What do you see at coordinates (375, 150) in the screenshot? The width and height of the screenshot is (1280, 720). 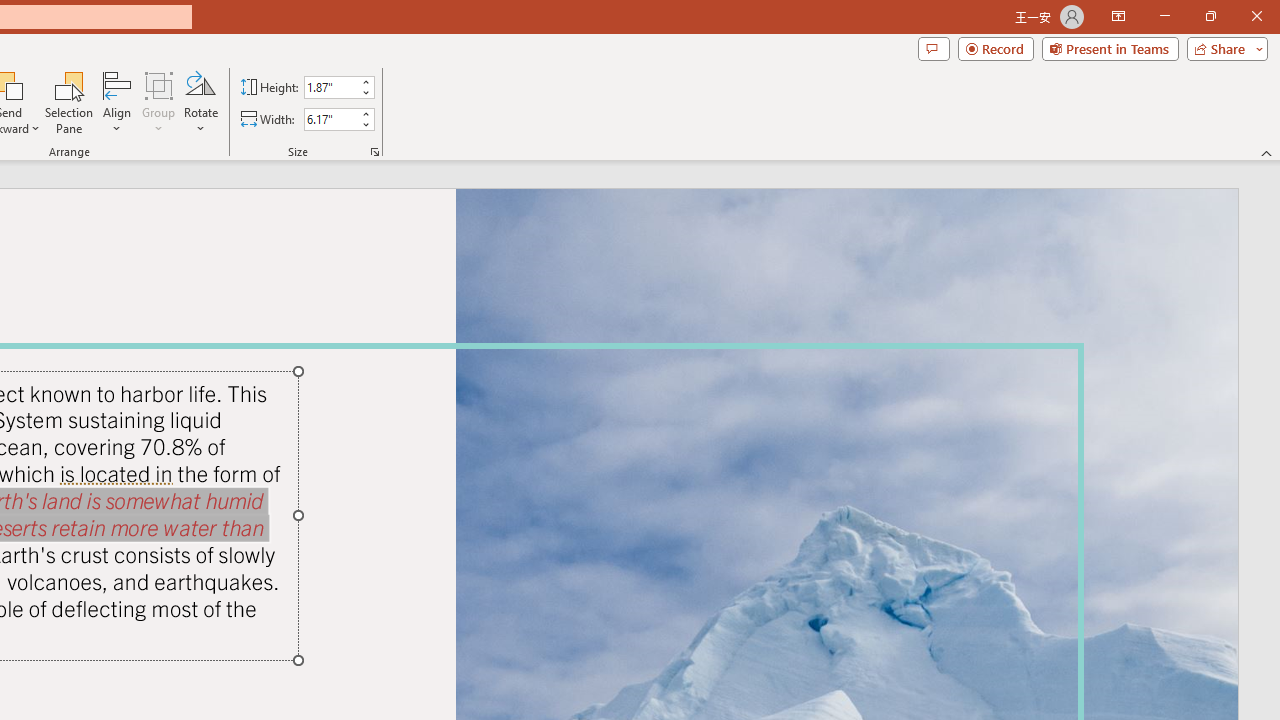 I see `'Size and Position...'` at bounding box center [375, 150].